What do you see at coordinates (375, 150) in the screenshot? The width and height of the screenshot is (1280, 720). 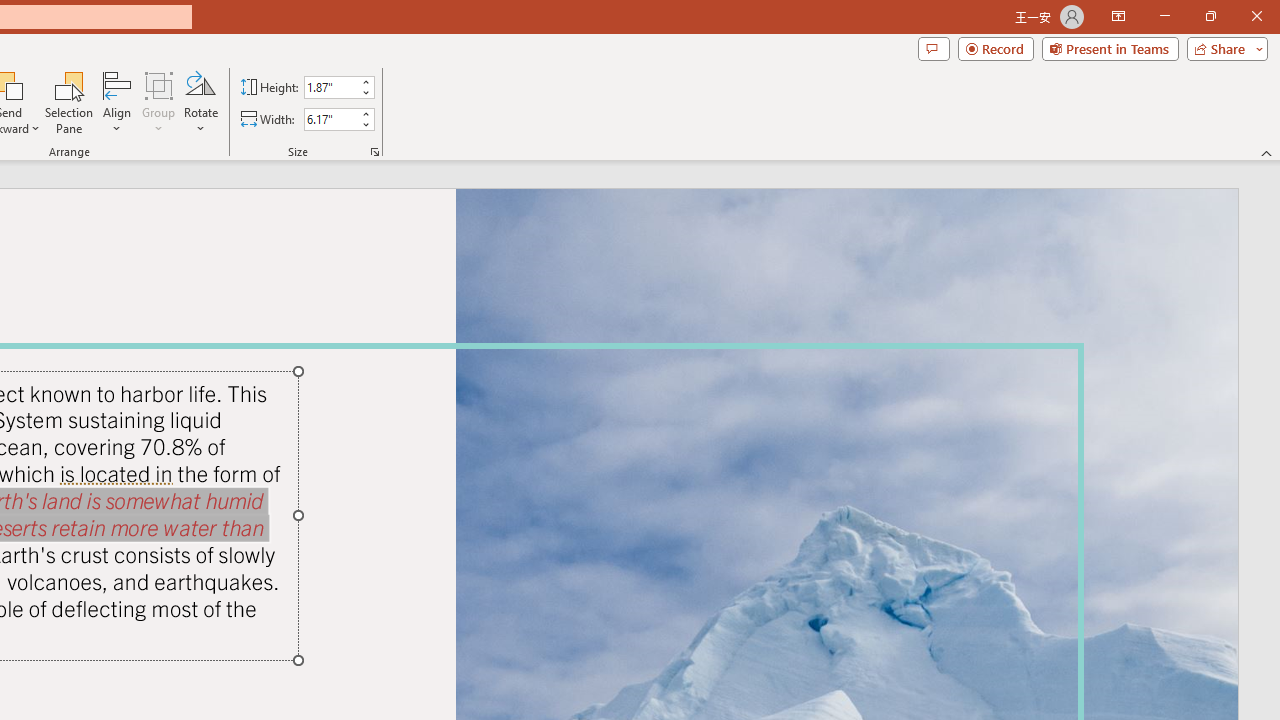 I see `'Size and Position...'` at bounding box center [375, 150].